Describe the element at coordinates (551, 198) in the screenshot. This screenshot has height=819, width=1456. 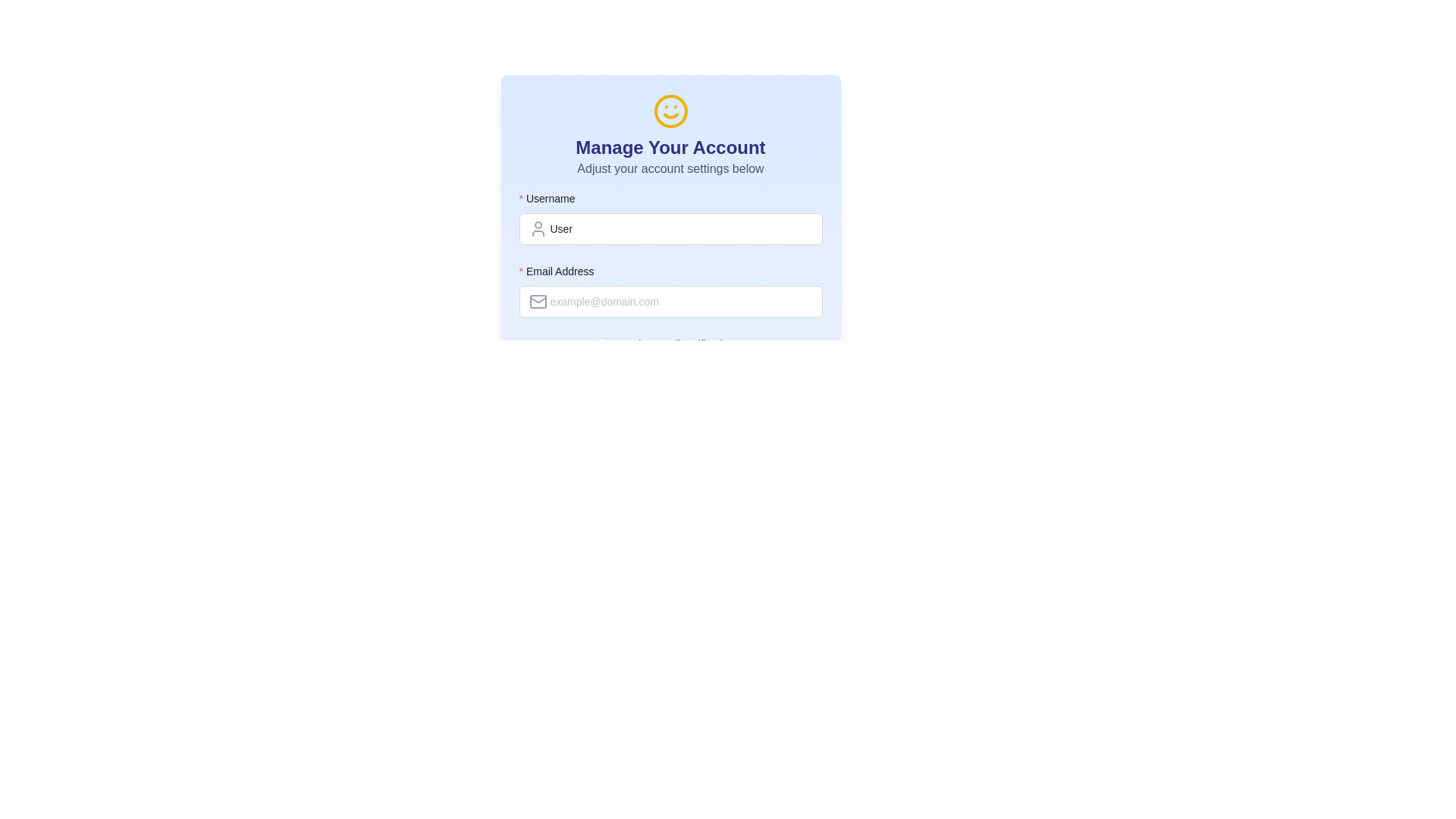
I see `the 'Username' label, which is styled with a bold font and a red asterisk, indicating it is a required field, positioned above the username input field in the form` at that location.